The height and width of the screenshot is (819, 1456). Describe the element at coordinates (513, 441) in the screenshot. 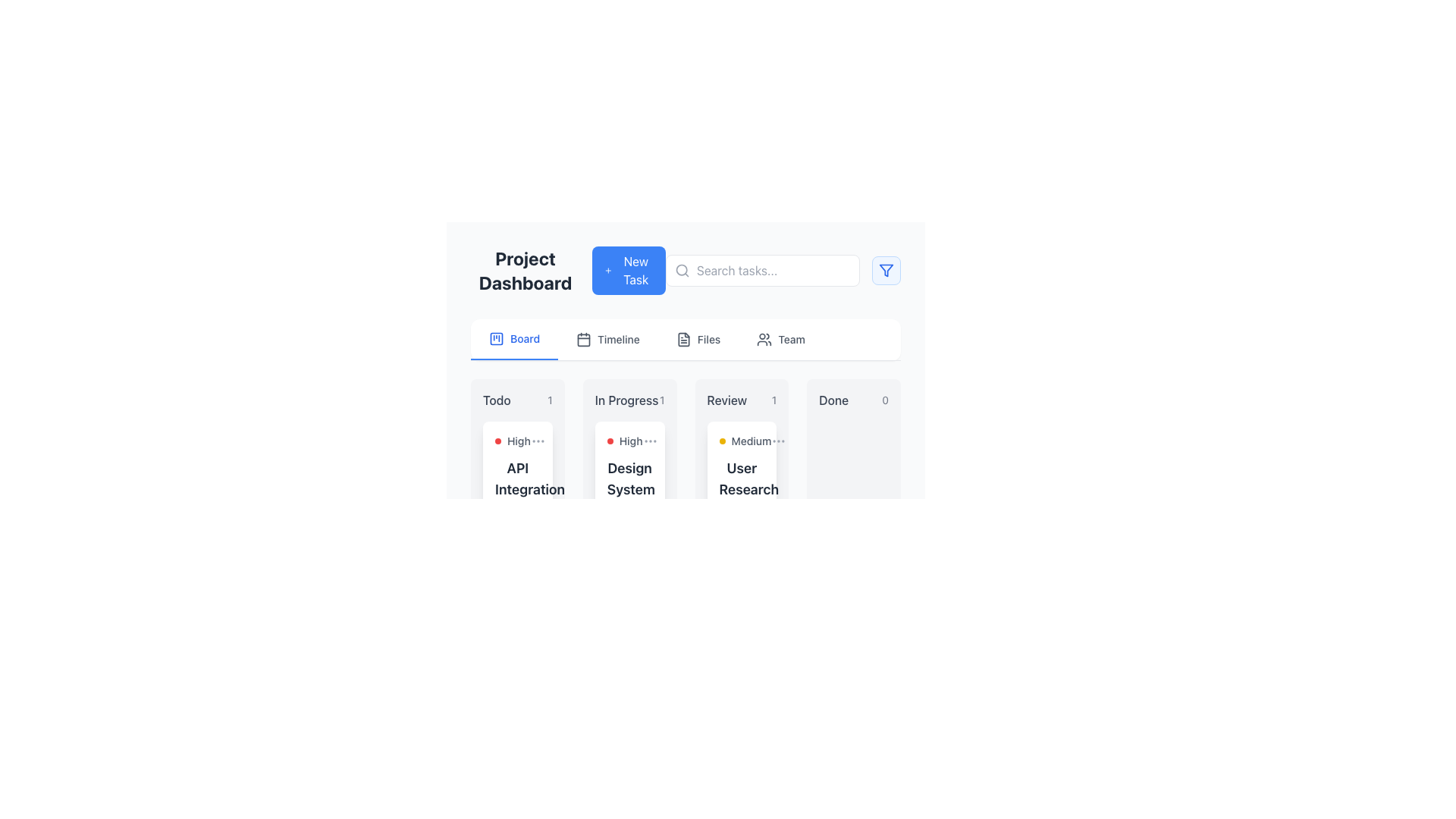

I see `the textual label 'High' with a red circular marker` at that location.